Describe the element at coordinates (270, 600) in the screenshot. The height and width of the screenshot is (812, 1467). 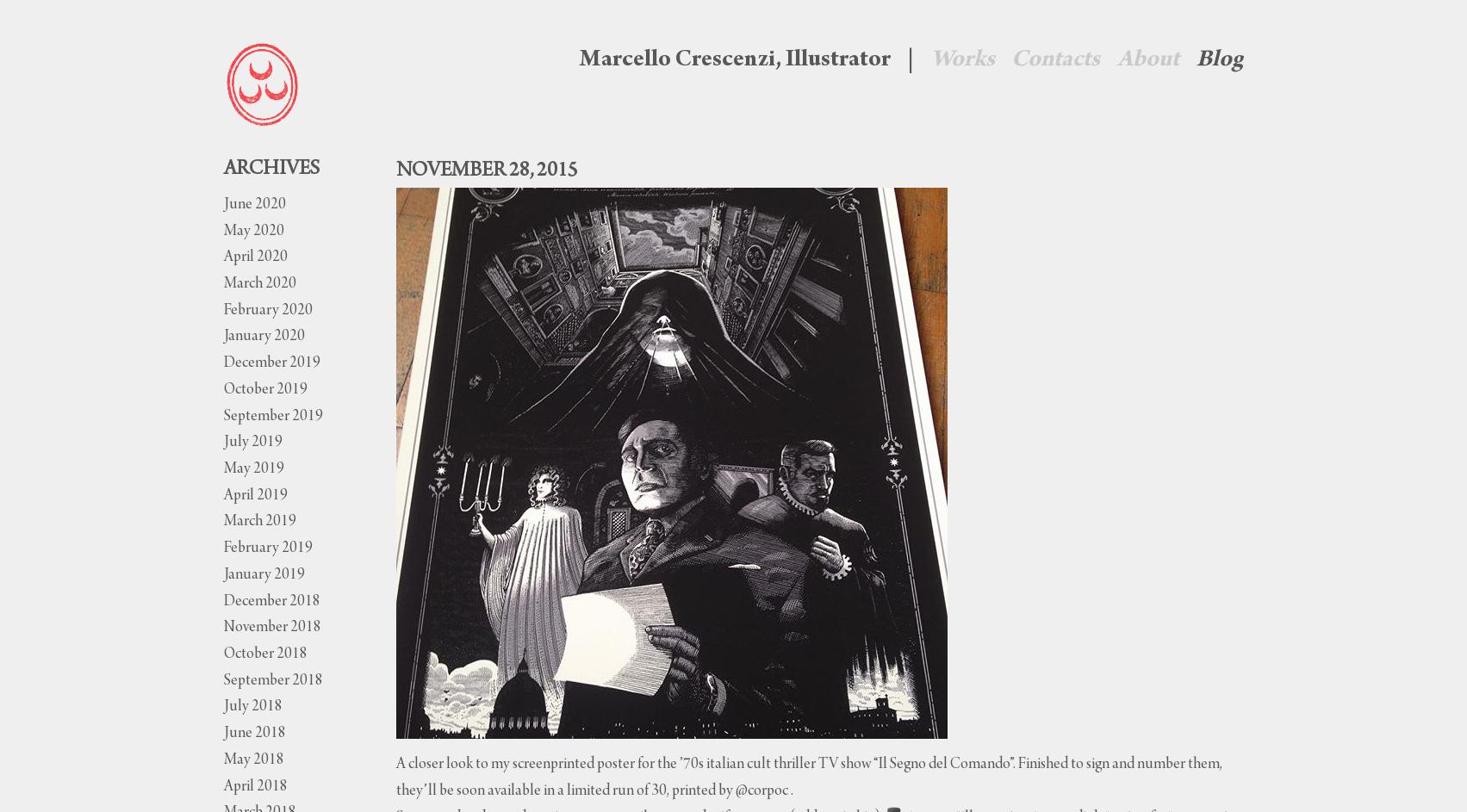
I see `'December 2018'` at that location.